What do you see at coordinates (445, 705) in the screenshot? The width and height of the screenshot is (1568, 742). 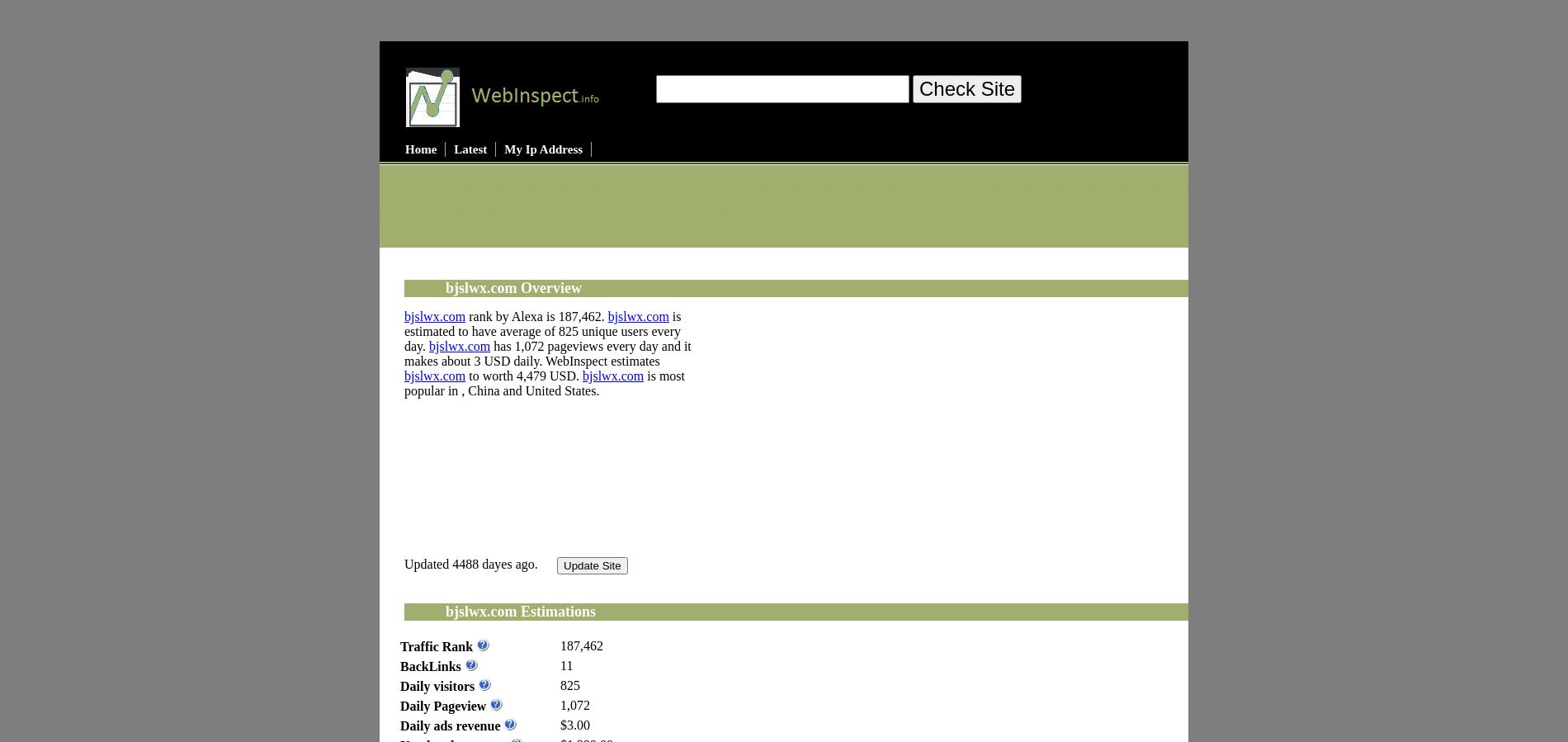 I see `'Daily Pageview'` at bounding box center [445, 705].